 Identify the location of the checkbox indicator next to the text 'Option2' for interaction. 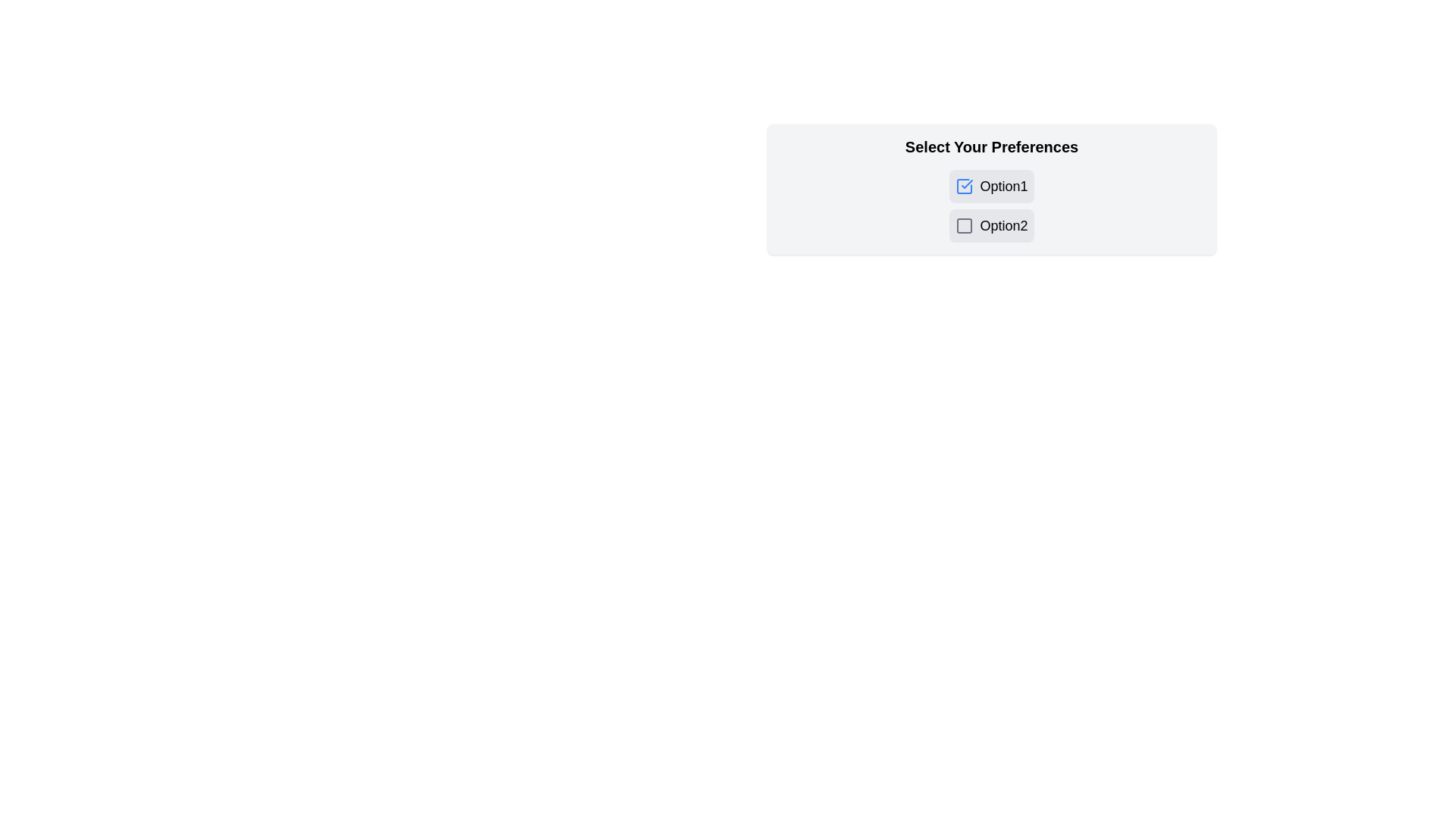
(964, 225).